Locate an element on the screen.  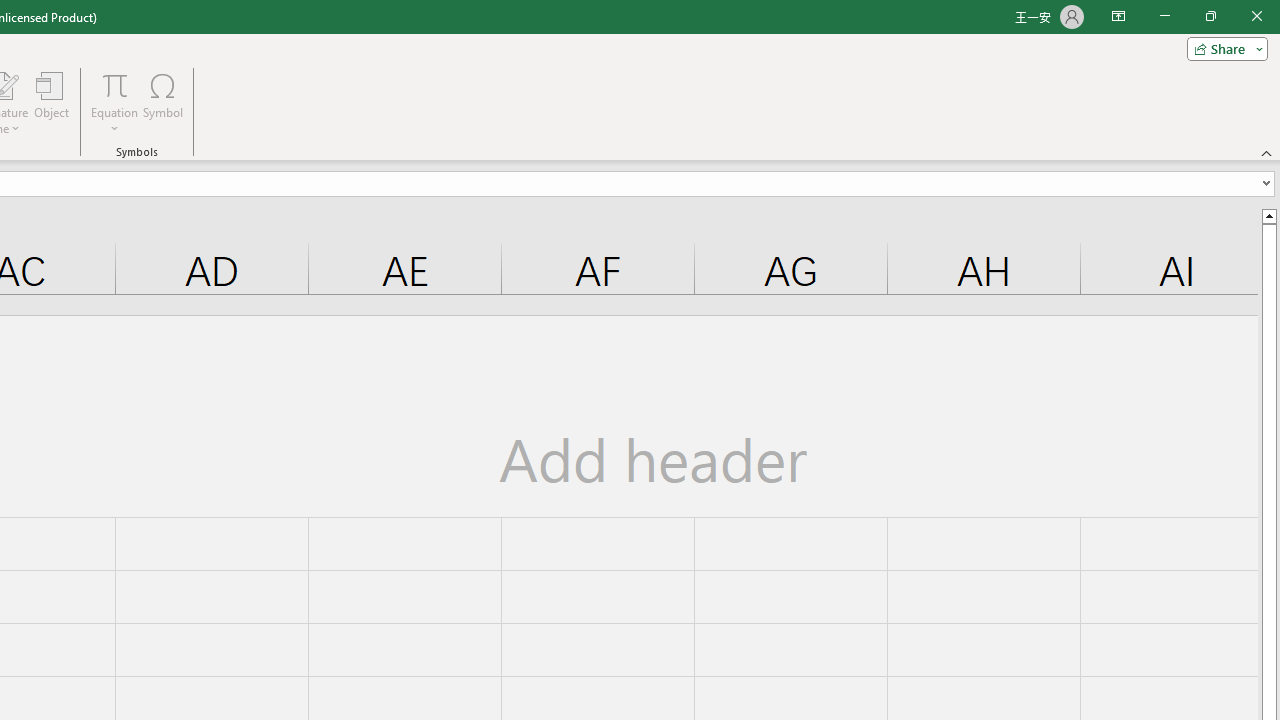
'Equation' is located at coordinates (114, 103).